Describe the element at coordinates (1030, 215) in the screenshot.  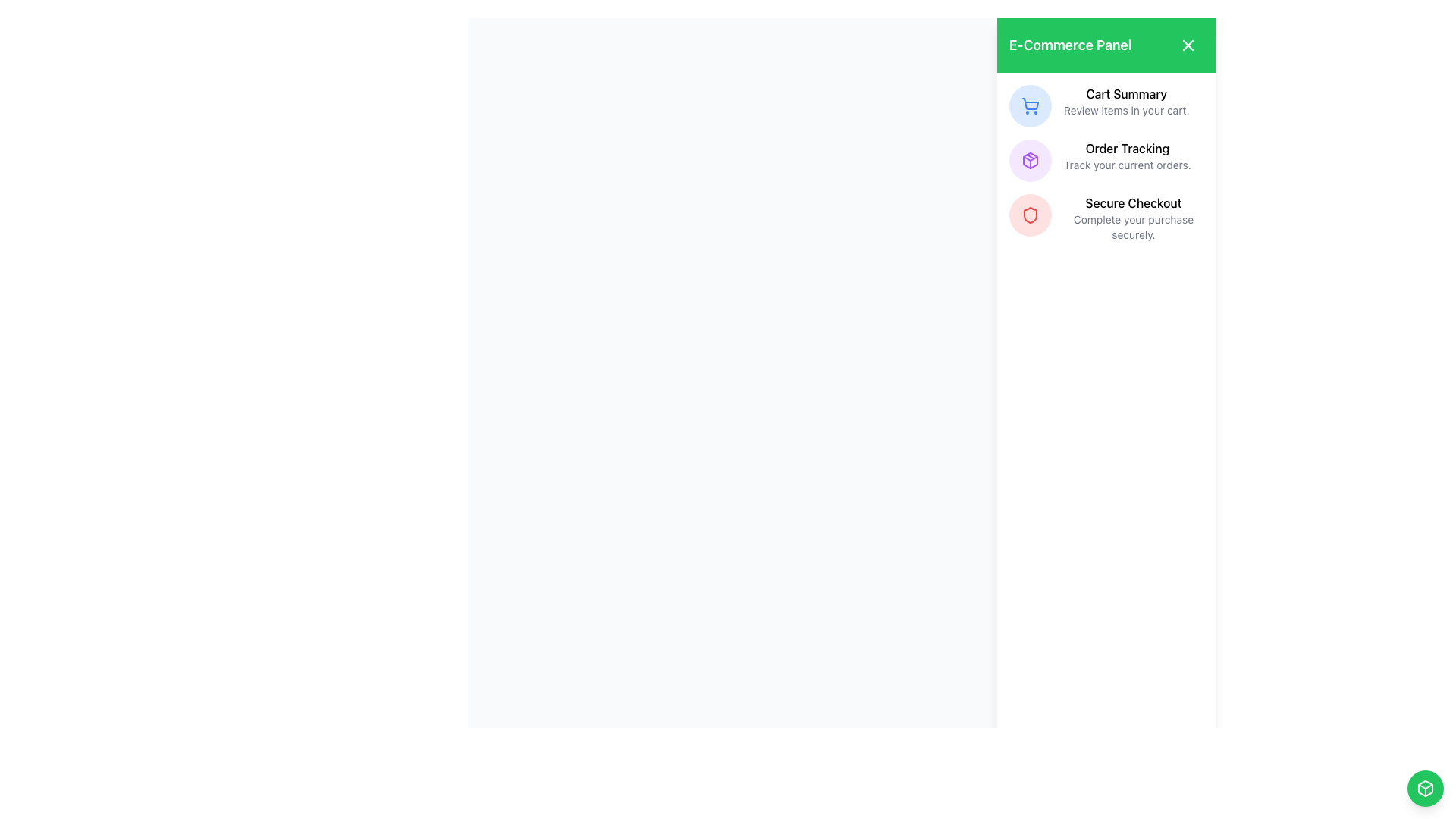
I see `the circular icon with a red shield symbol, which is located on the right-side panel under the 'Secure Checkout' label` at that location.